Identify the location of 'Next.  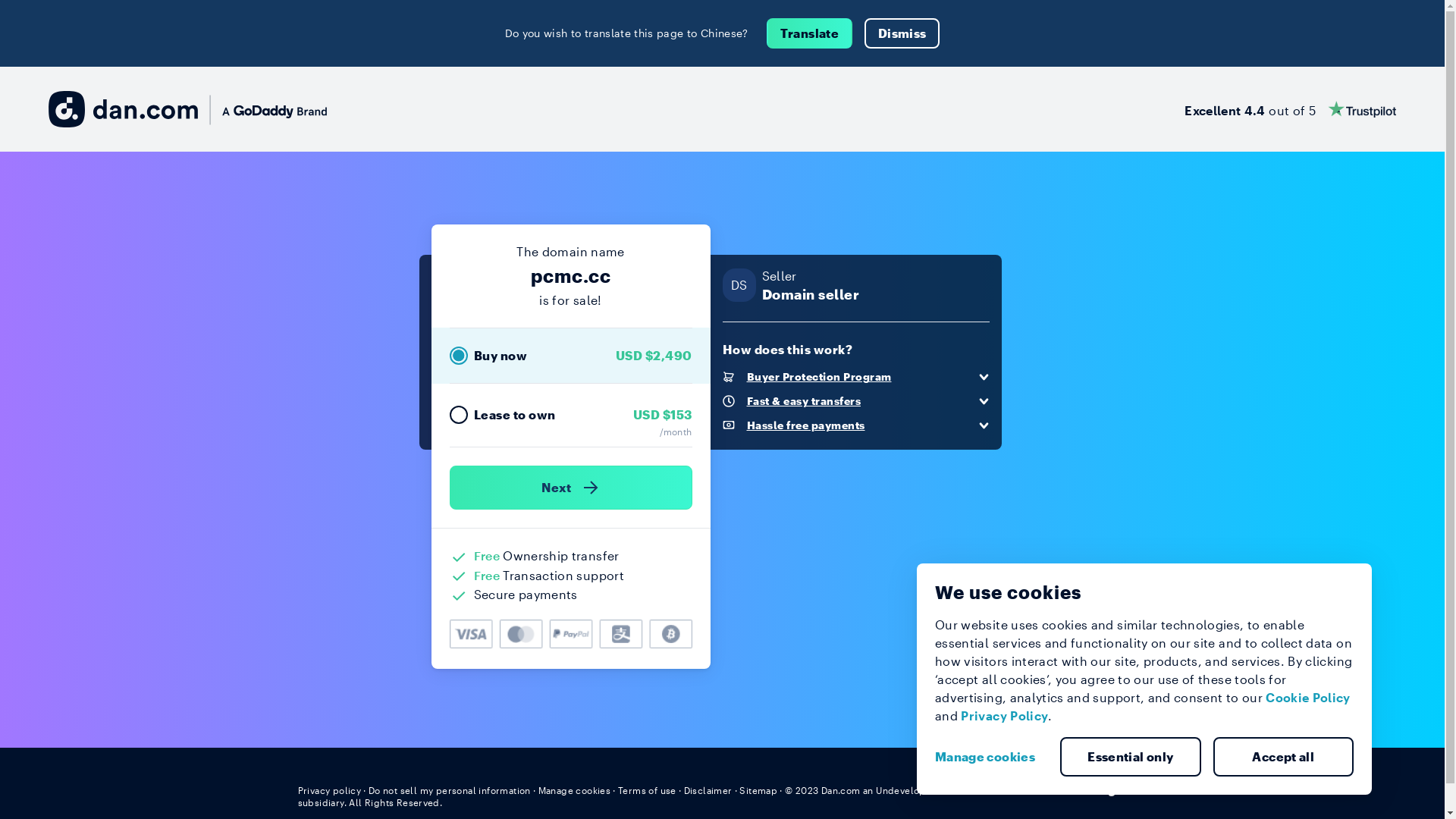
(570, 488).